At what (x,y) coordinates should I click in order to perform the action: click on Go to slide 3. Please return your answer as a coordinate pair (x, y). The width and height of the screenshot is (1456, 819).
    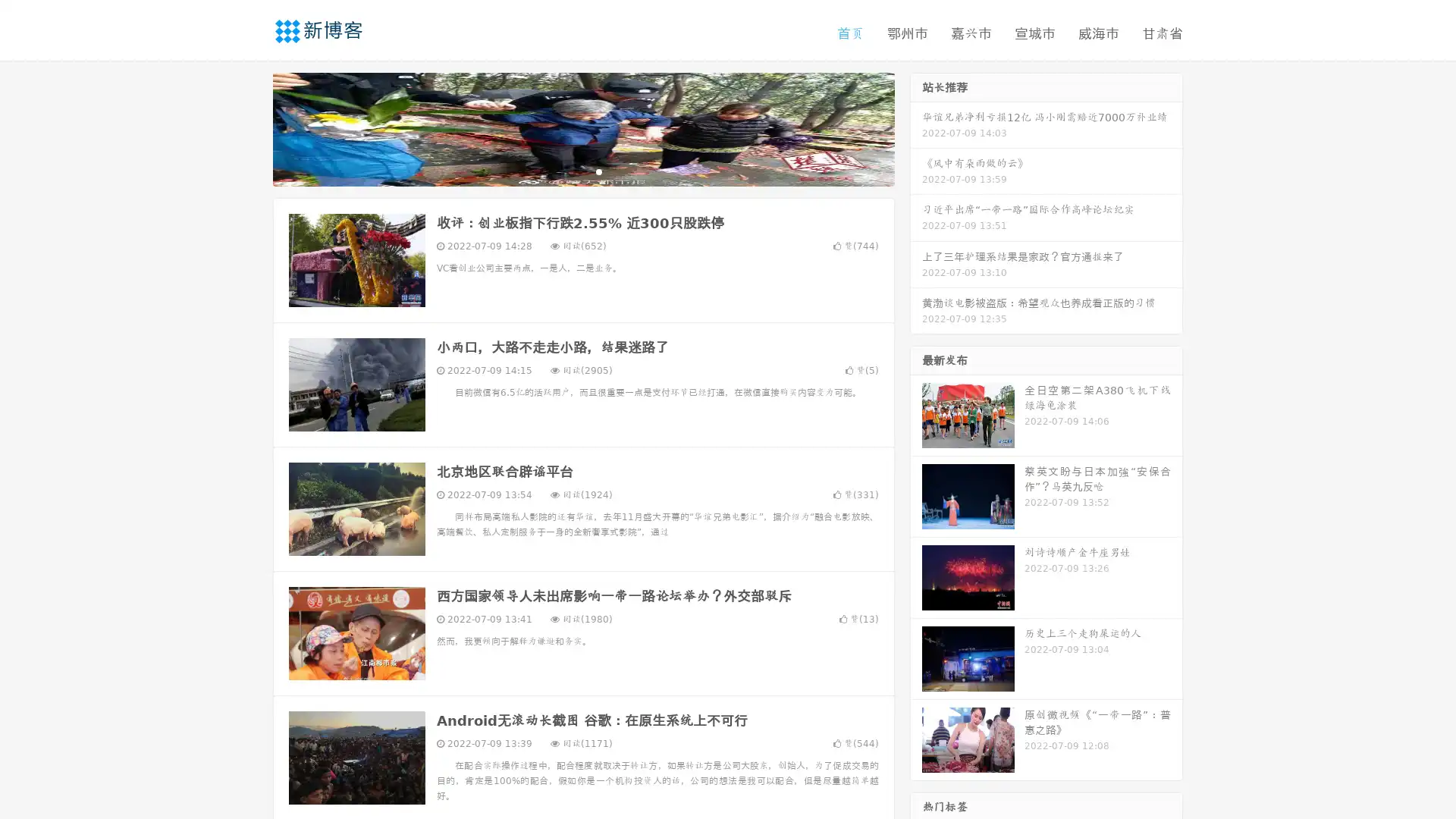
    Looking at the image, I should click on (598, 171).